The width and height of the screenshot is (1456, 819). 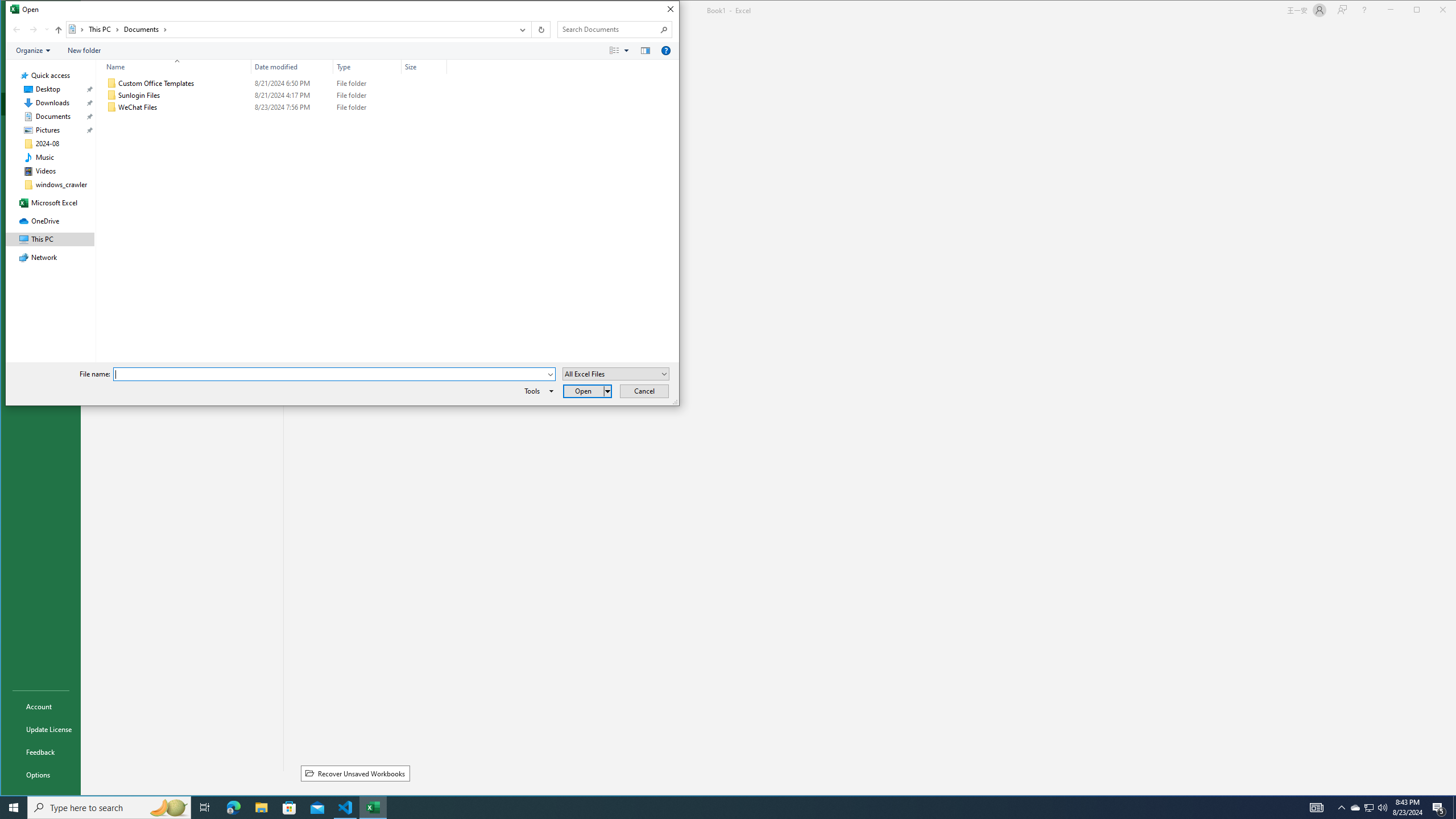 I want to click on 'Views', so click(x=621, y=50).